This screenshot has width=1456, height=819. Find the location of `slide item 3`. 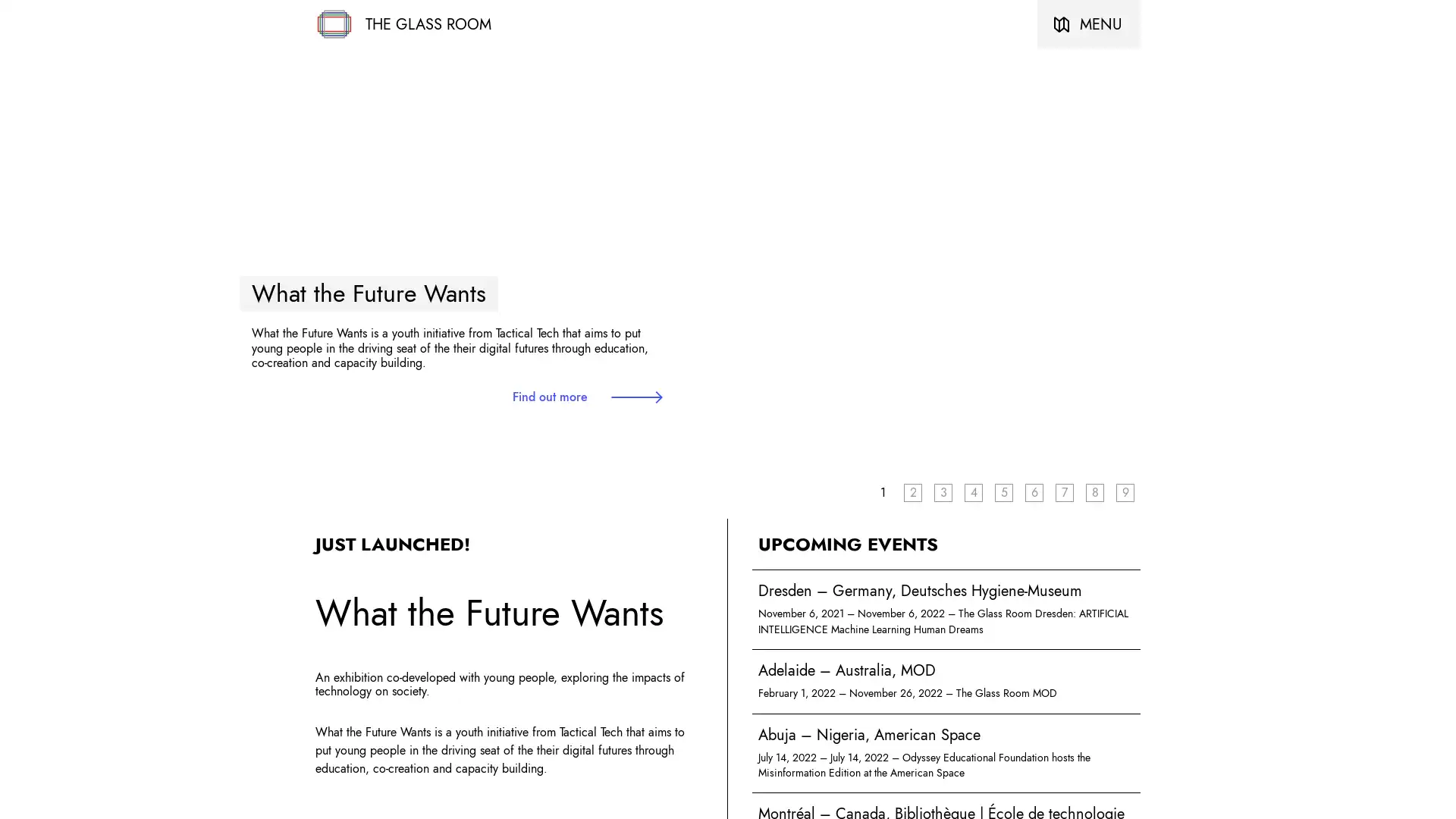

slide item 3 is located at coordinates (942, 491).